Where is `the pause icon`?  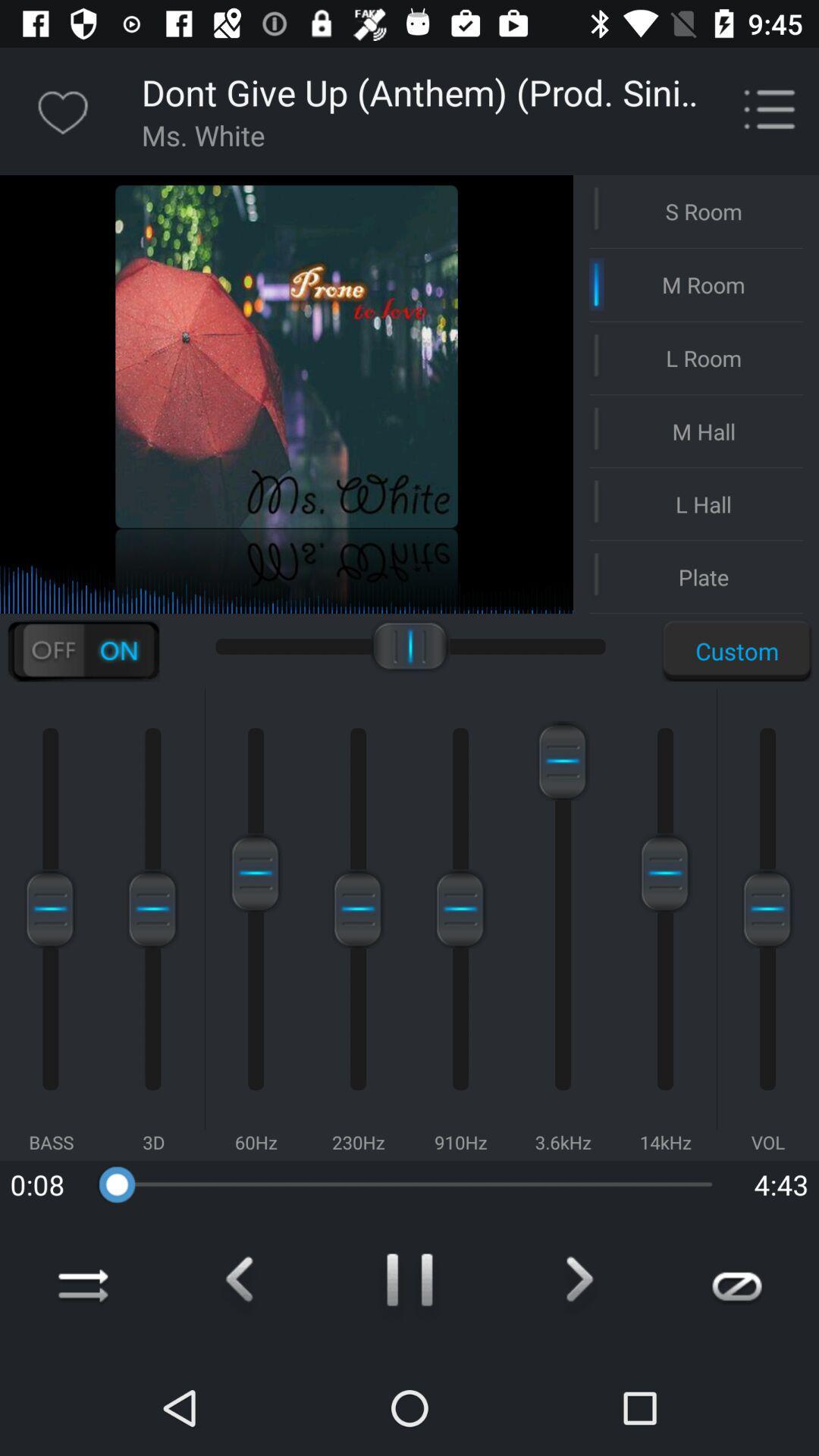
the pause icon is located at coordinates (409, 1283).